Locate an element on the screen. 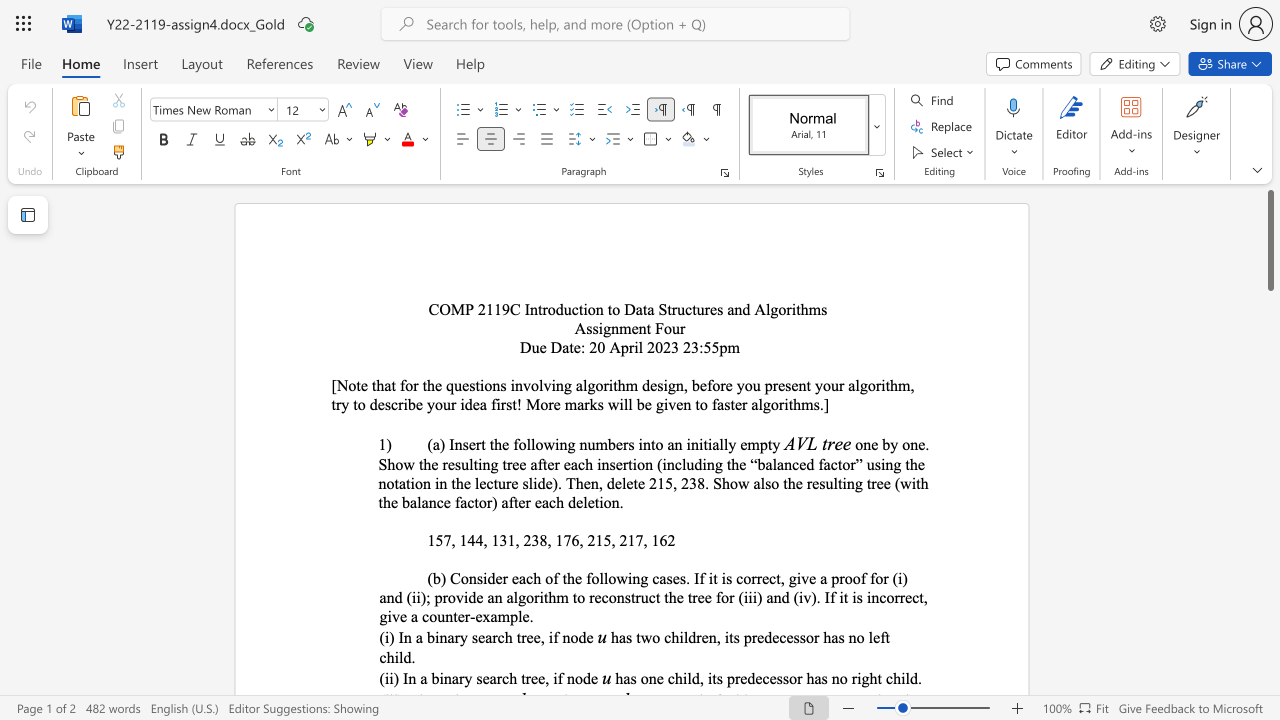  the scrollbar on the right to move the page downward is located at coordinates (1269, 480).